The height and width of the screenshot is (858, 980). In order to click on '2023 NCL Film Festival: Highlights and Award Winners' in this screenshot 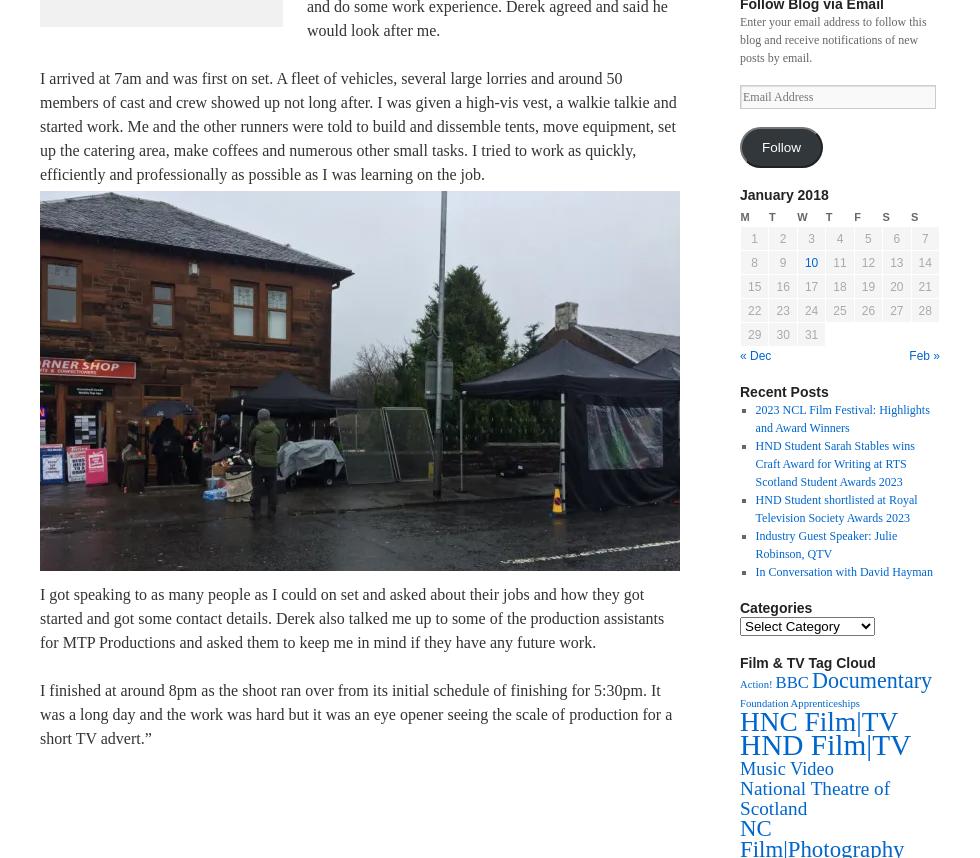, I will do `click(842, 417)`.